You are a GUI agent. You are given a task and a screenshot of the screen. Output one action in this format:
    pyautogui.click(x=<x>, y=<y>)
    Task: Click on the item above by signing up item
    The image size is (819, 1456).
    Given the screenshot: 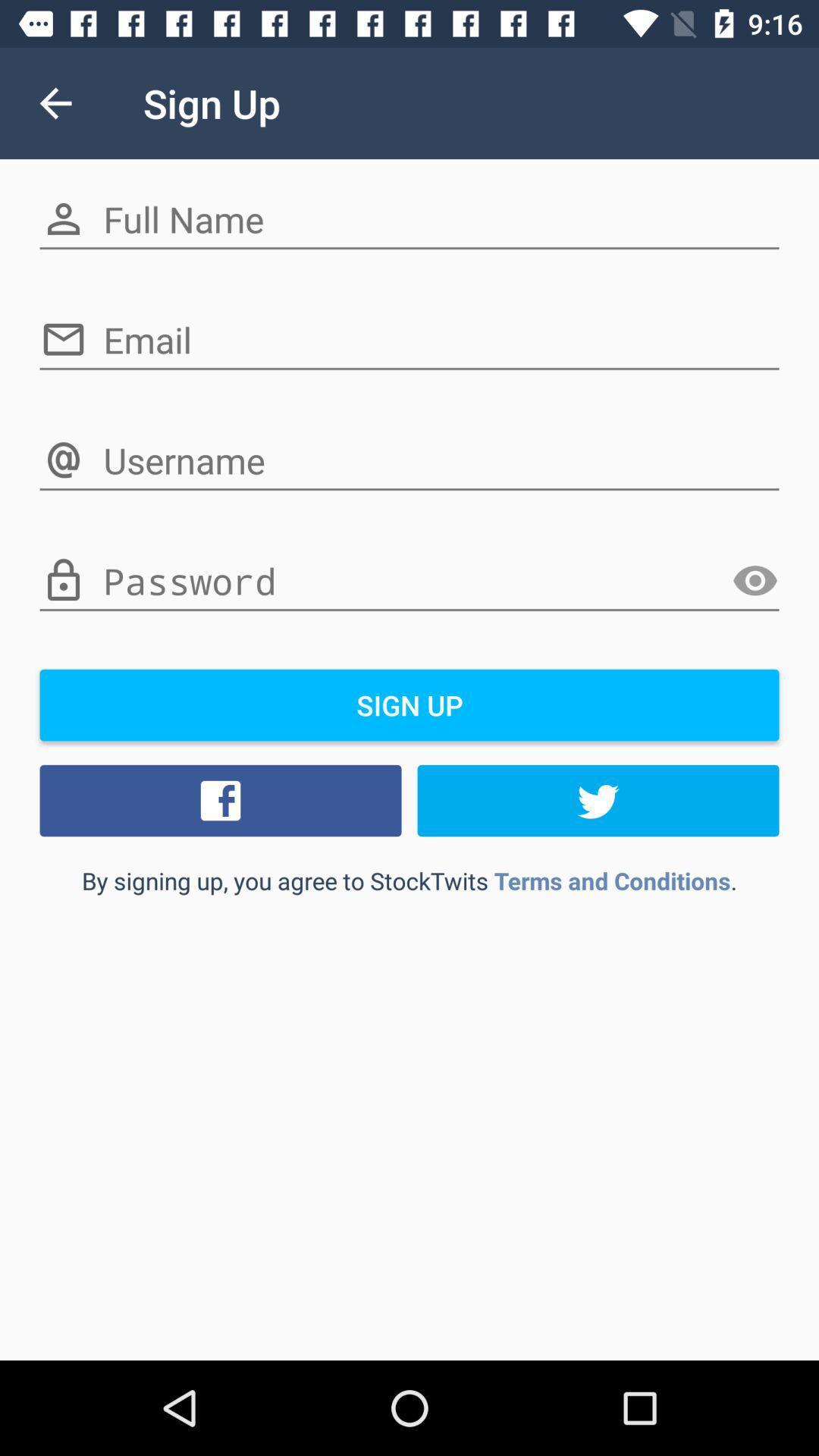 What is the action you would take?
    pyautogui.click(x=598, y=800)
    